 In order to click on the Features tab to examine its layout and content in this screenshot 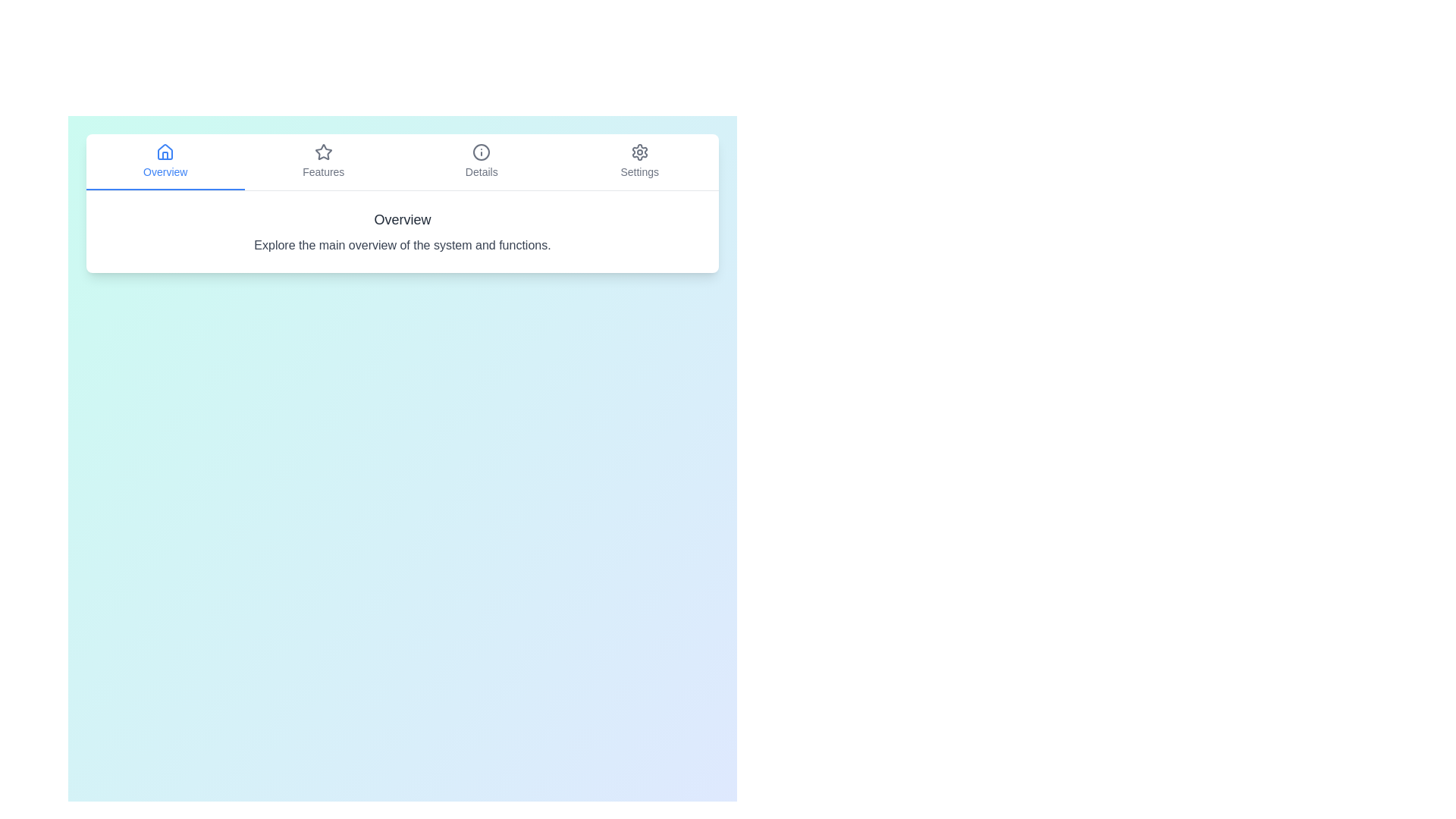, I will do `click(322, 162)`.